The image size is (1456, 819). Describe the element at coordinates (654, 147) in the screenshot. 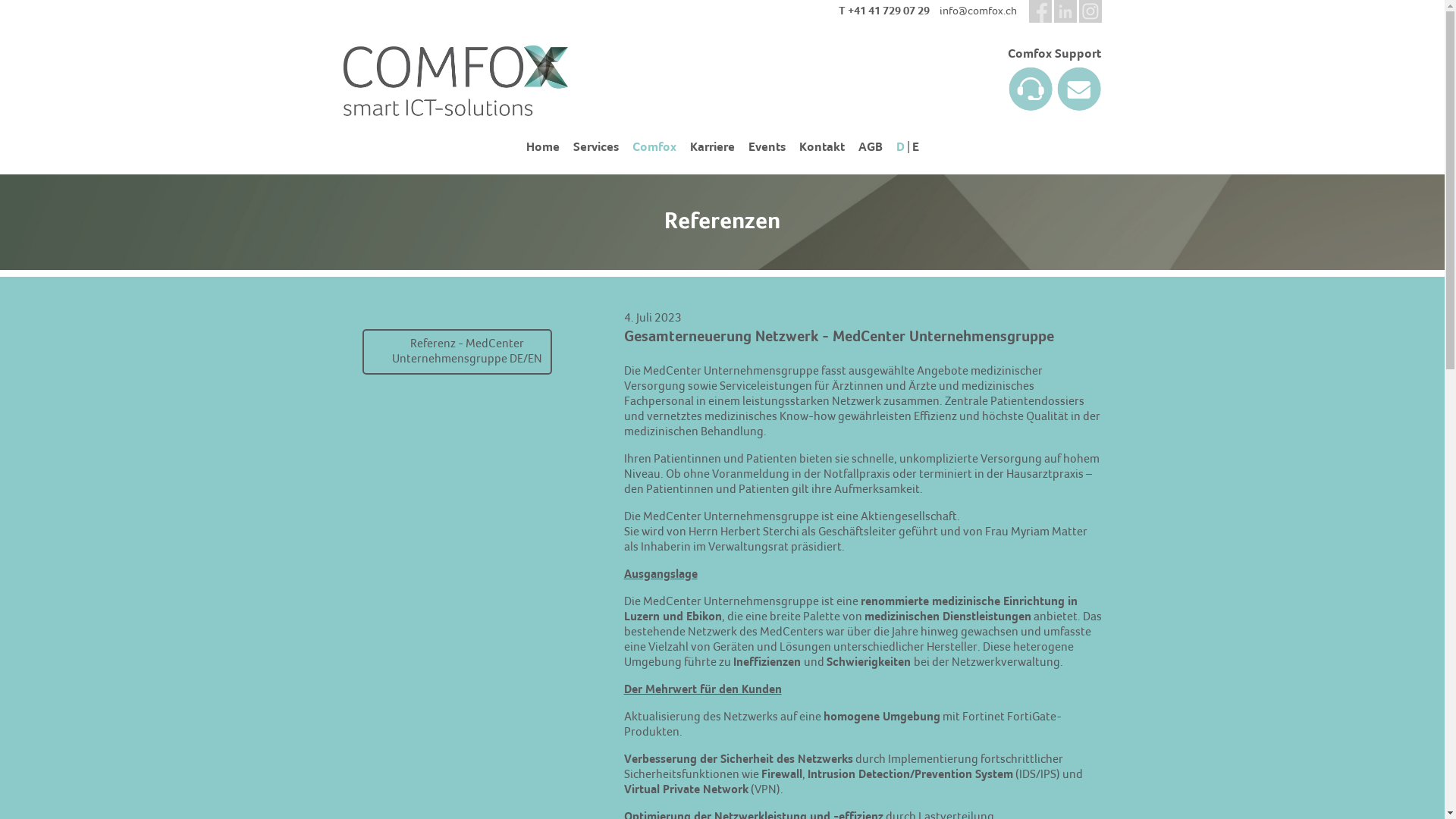

I see `'Comfox'` at that location.